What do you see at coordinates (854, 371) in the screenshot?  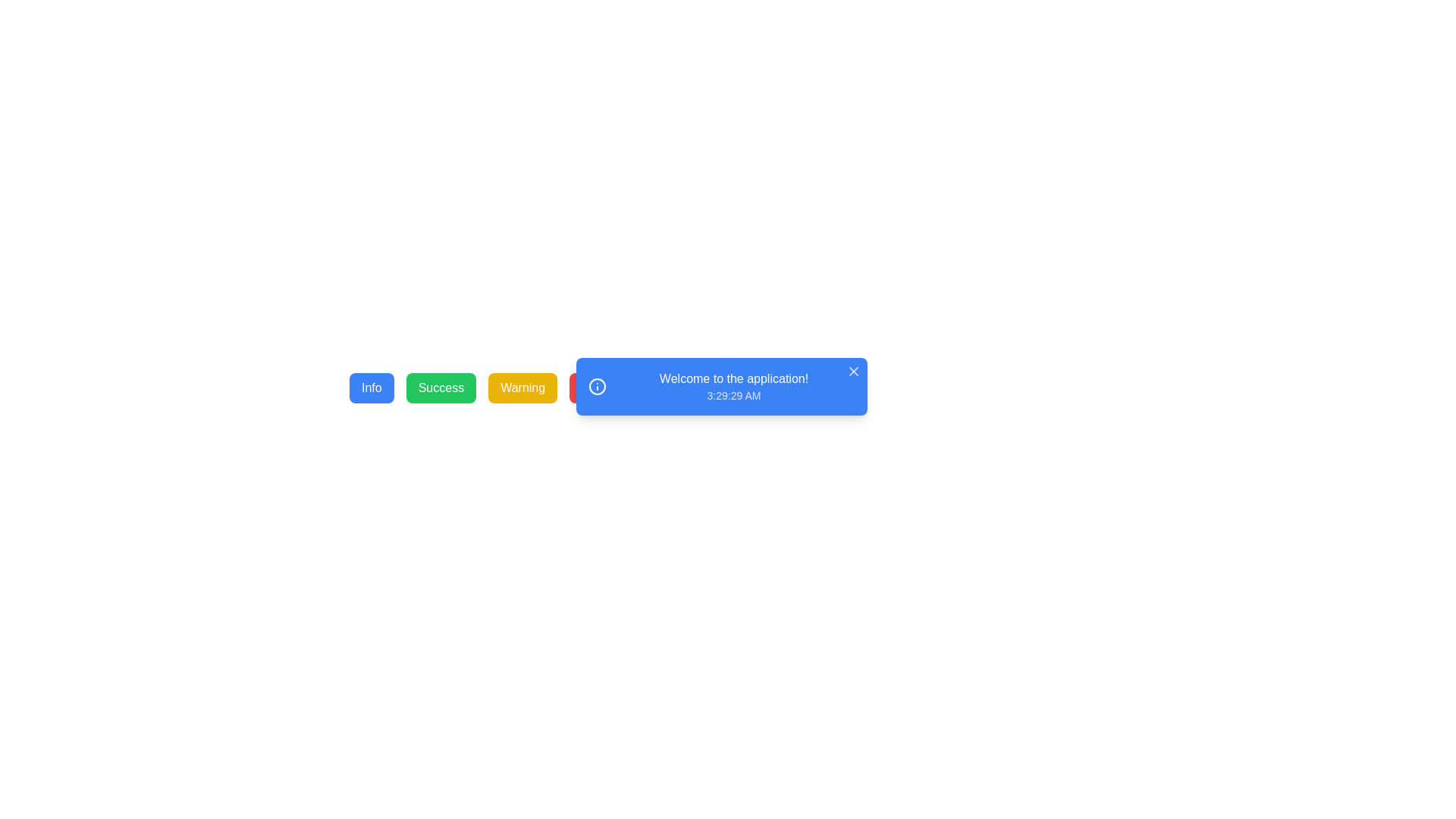 I see `the close or dismiss icon located at the top-right corner of the blue notification card` at bounding box center [854, 371].